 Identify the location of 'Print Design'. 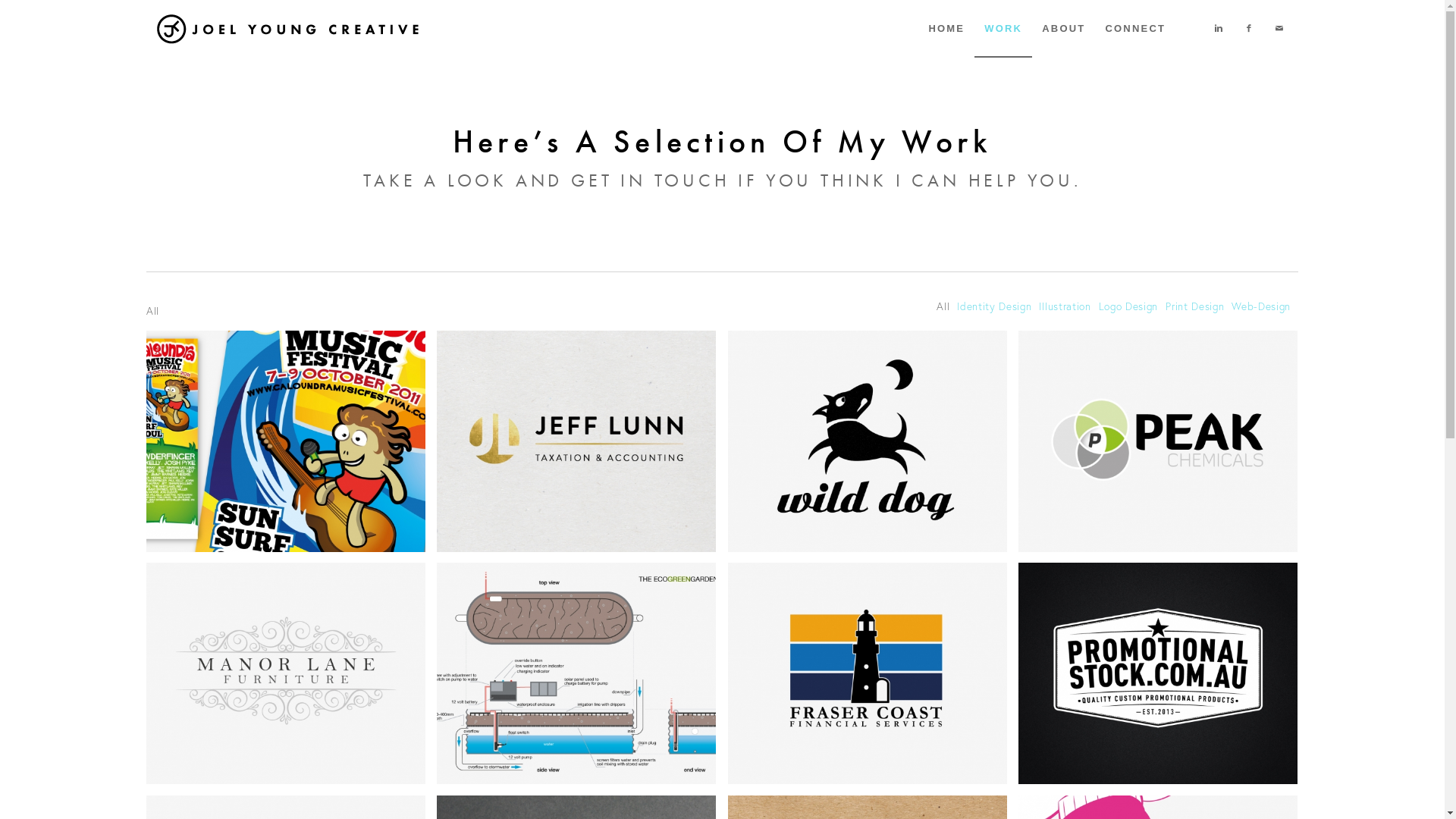
(1164, 307).